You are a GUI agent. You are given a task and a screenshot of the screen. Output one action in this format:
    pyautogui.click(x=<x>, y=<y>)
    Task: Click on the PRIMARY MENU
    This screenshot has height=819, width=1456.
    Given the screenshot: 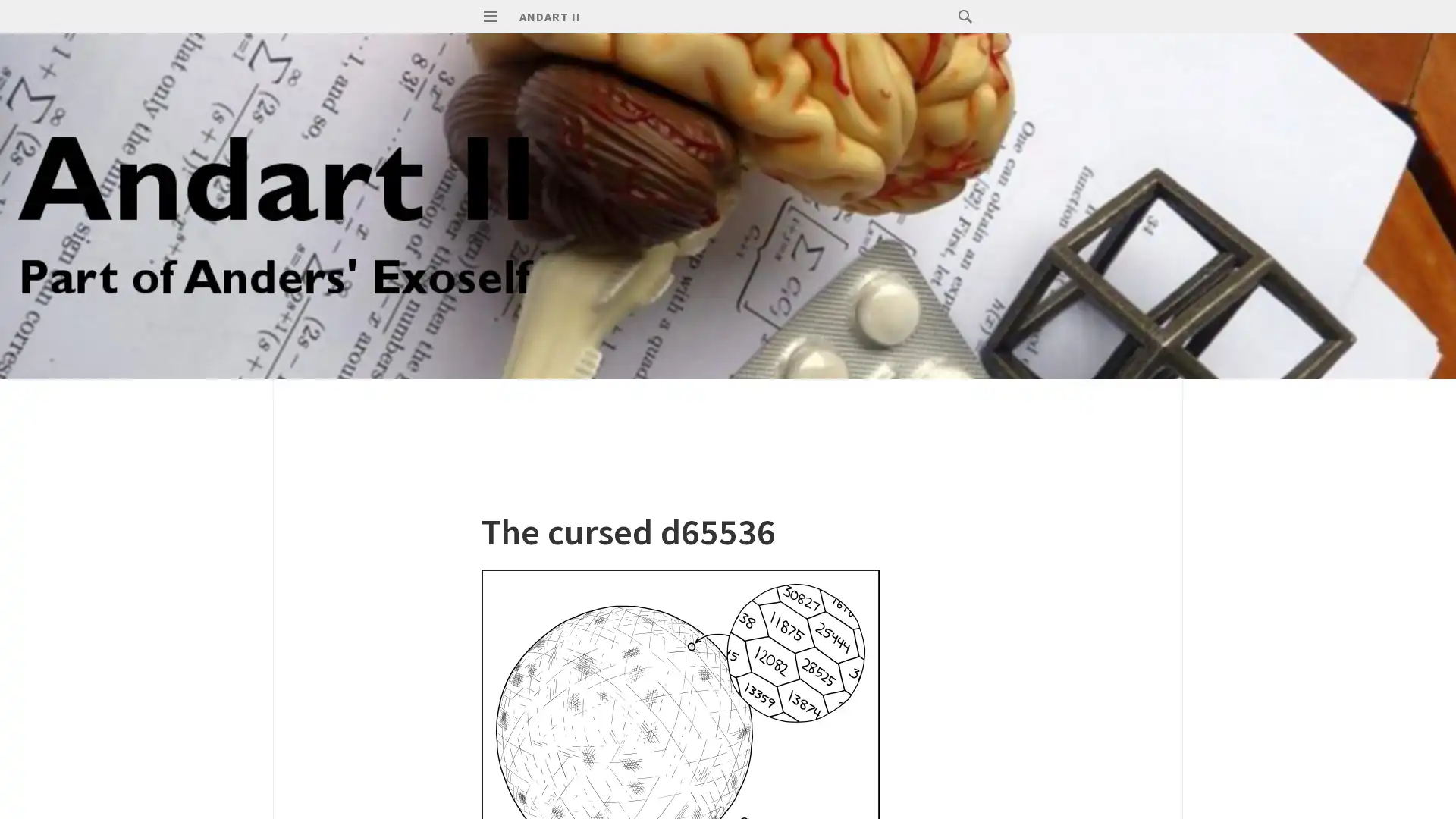 What is the action you would take?
    pyautogui.click(x=491, y=17)
    